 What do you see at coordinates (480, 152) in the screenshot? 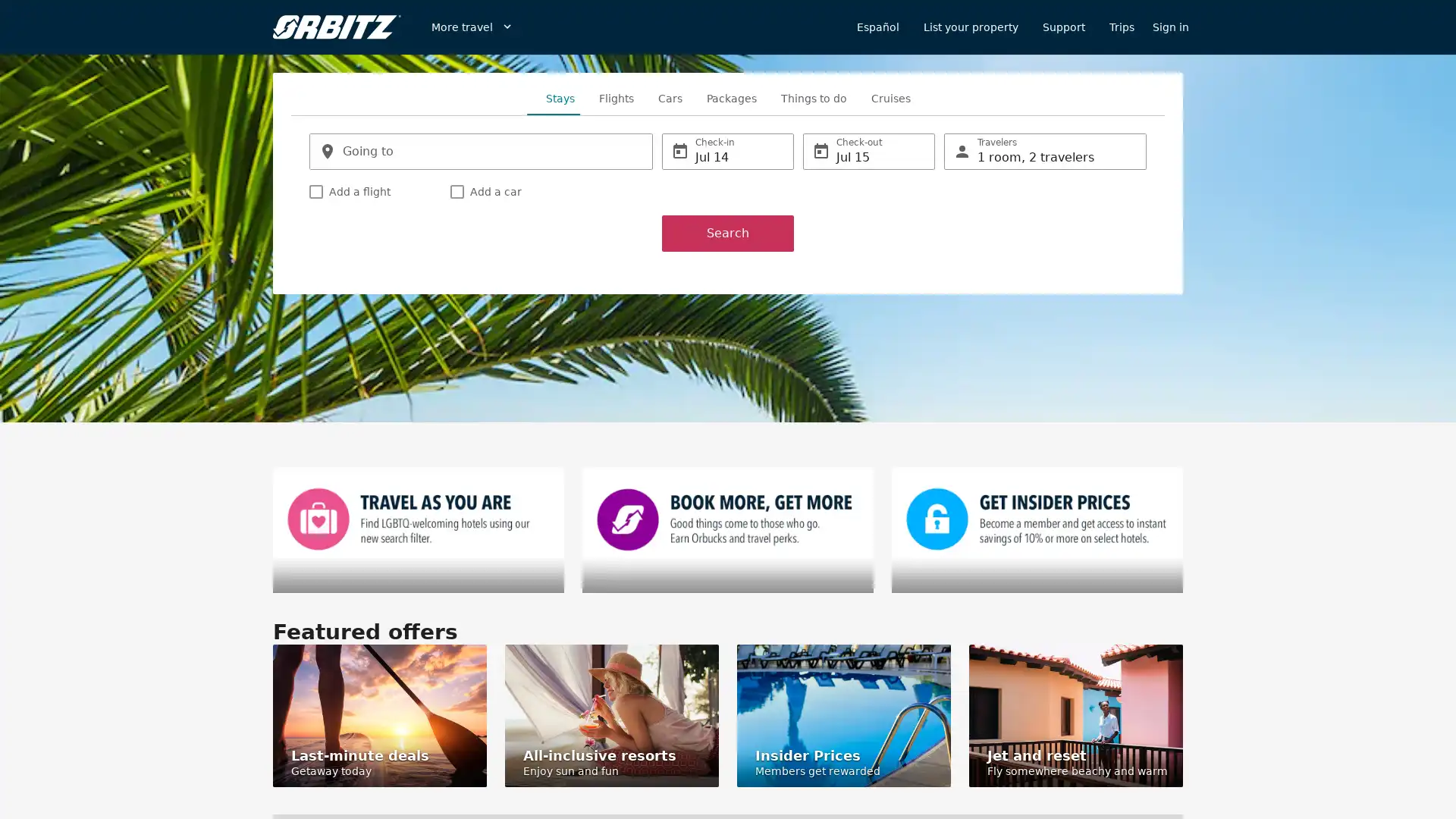
I see `Going to` at bounding box center [480, 152].